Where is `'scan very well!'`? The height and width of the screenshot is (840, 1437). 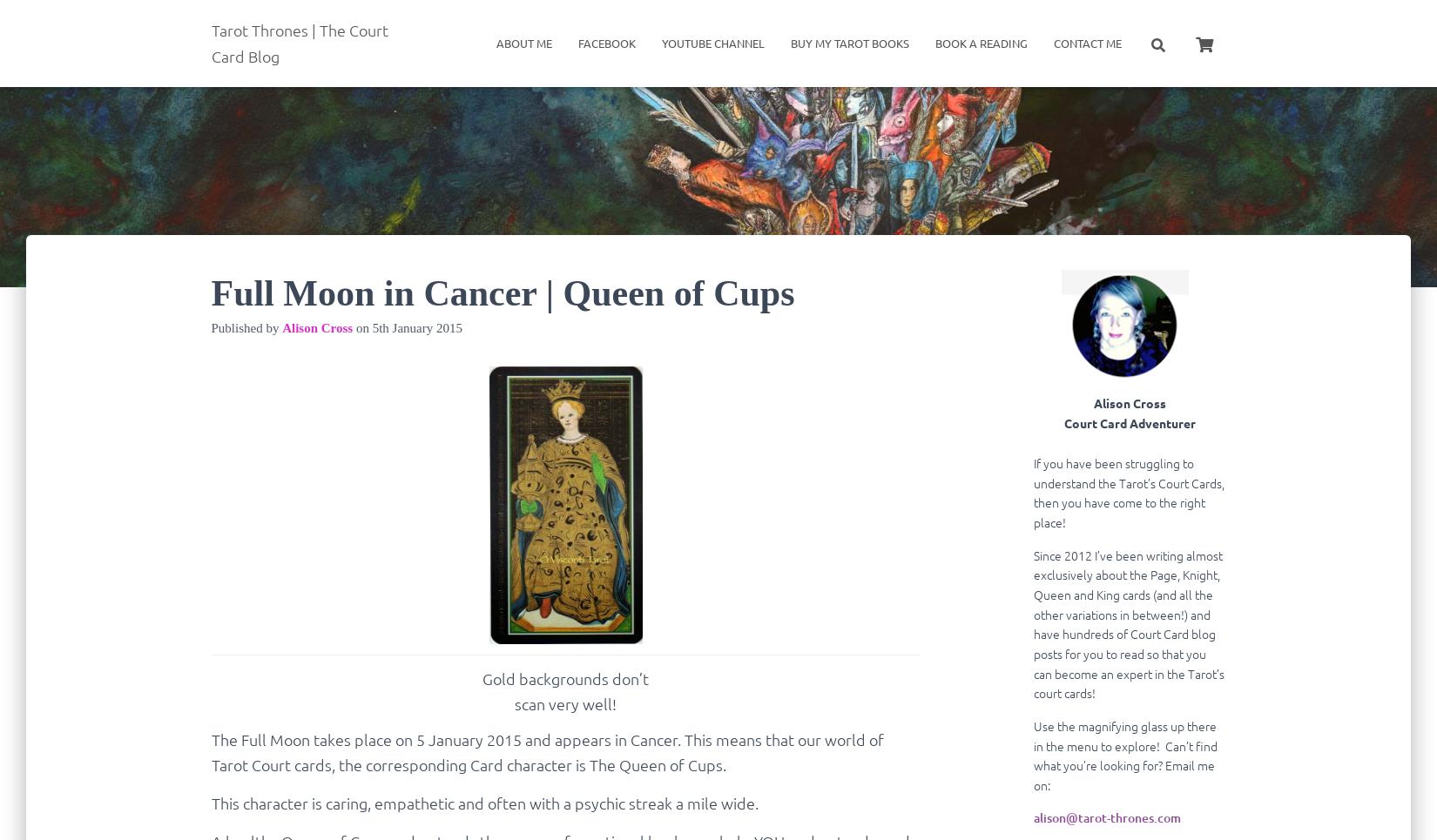 'scan very well!' is located at coordinates (514, 702).